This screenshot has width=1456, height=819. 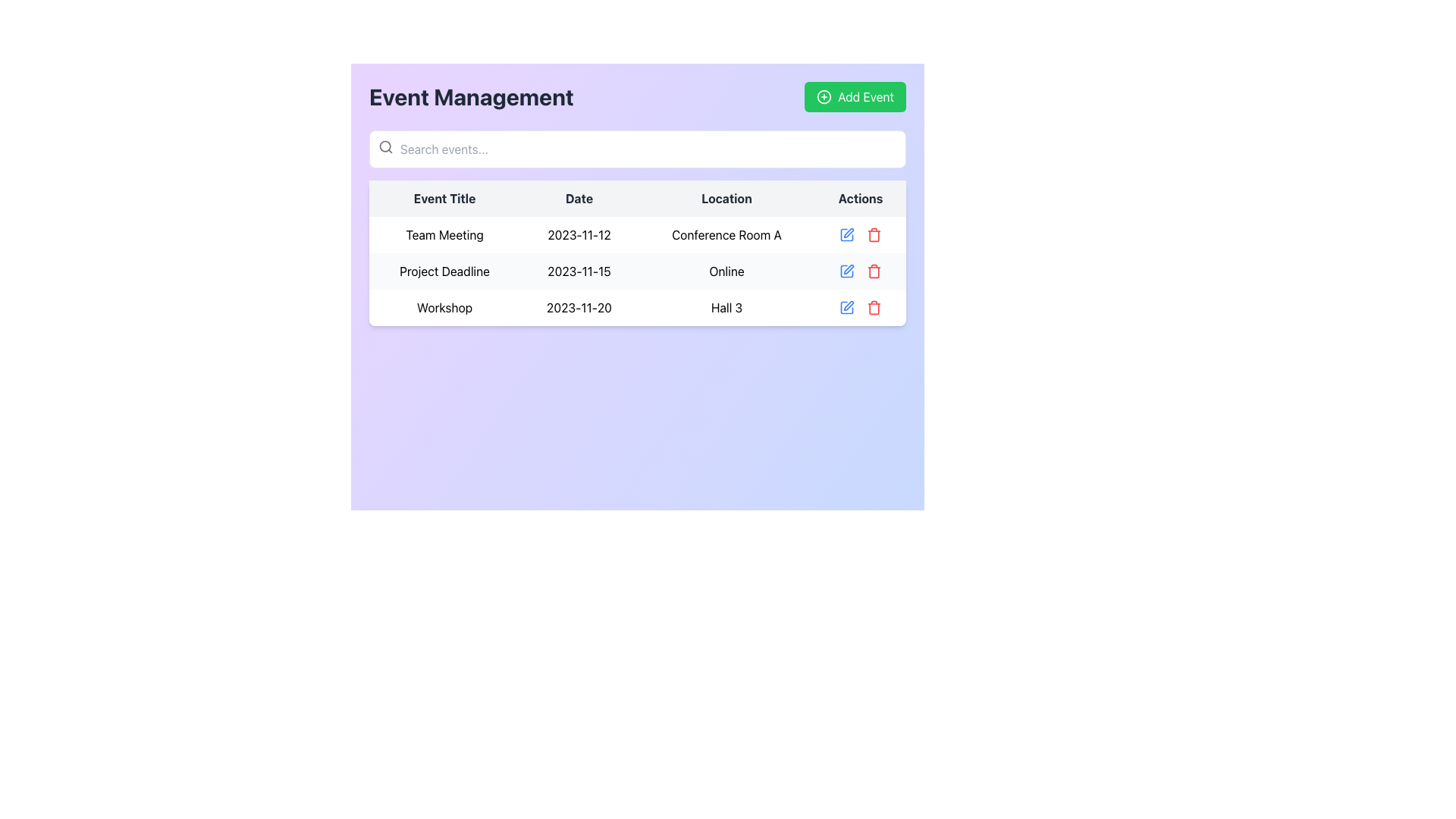 I want to click on the 'Date' header label in the table, which is the second item in the header row and helps identify the content in the corresponding column, so click(x=578, y=198).